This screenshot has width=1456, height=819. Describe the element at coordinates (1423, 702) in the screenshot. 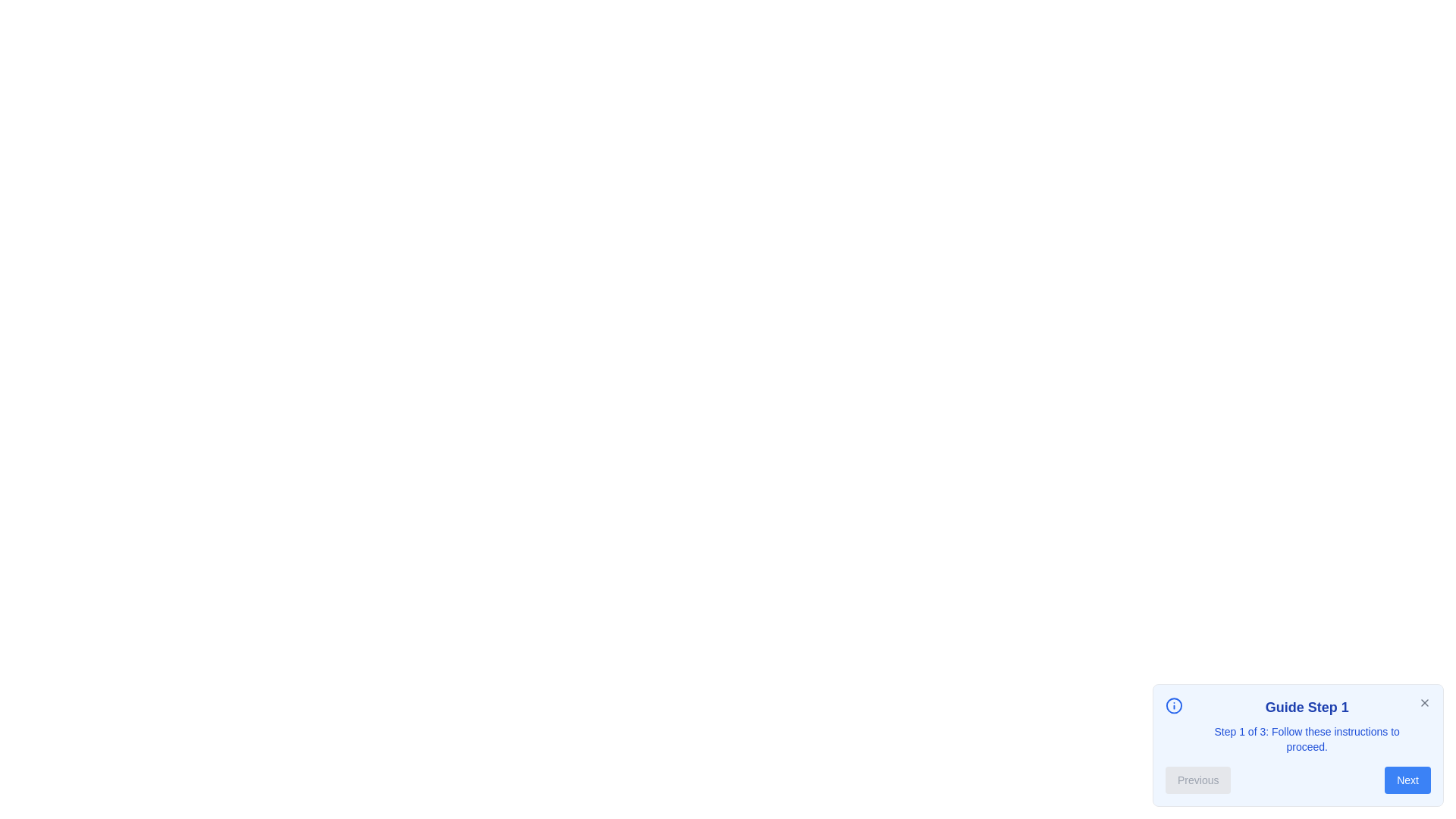

I see `the close button of the alert` at that location.